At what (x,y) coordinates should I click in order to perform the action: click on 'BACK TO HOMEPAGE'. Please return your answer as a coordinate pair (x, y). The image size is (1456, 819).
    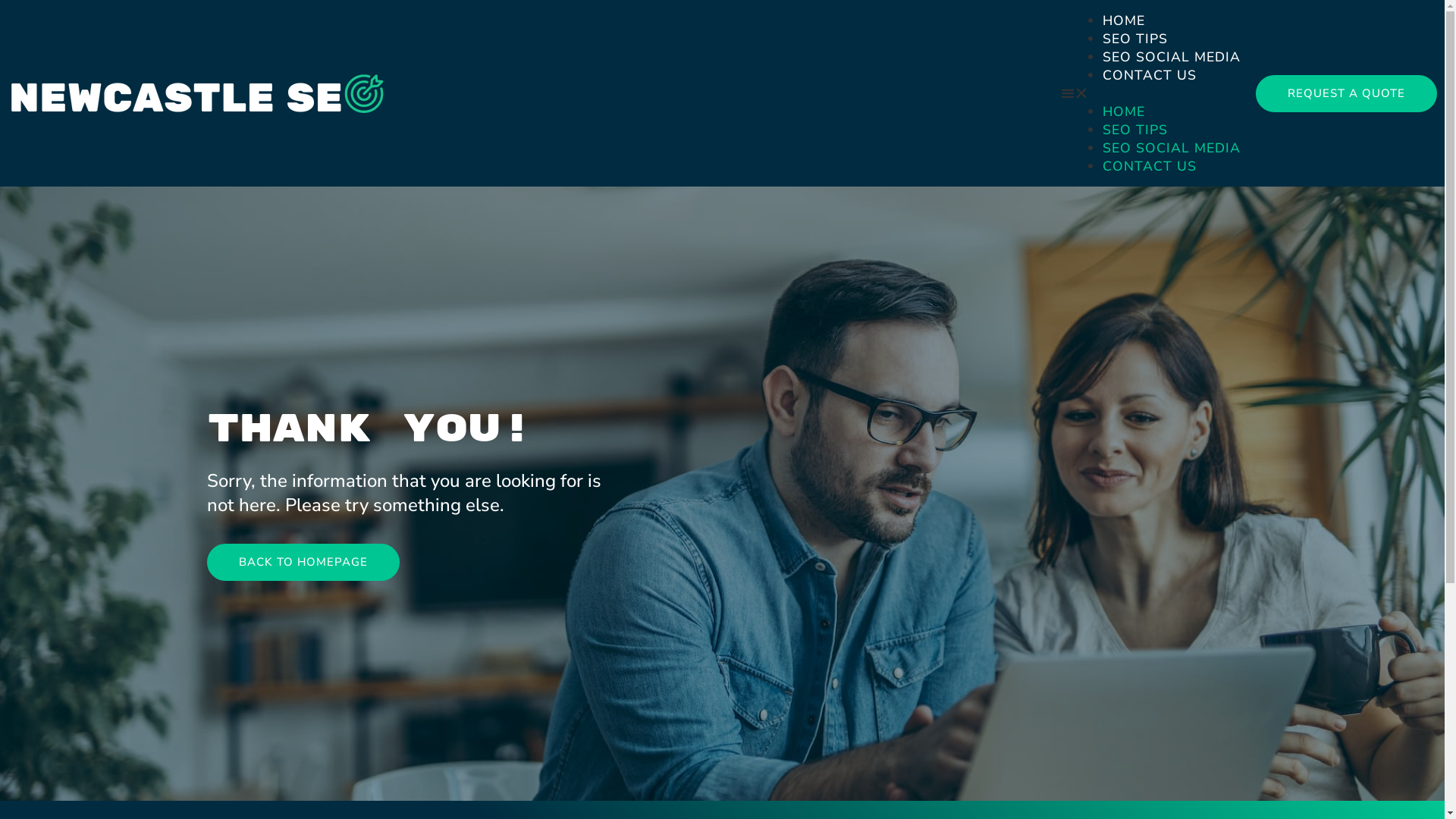
    Looking at the image, I should click on (206, 562).